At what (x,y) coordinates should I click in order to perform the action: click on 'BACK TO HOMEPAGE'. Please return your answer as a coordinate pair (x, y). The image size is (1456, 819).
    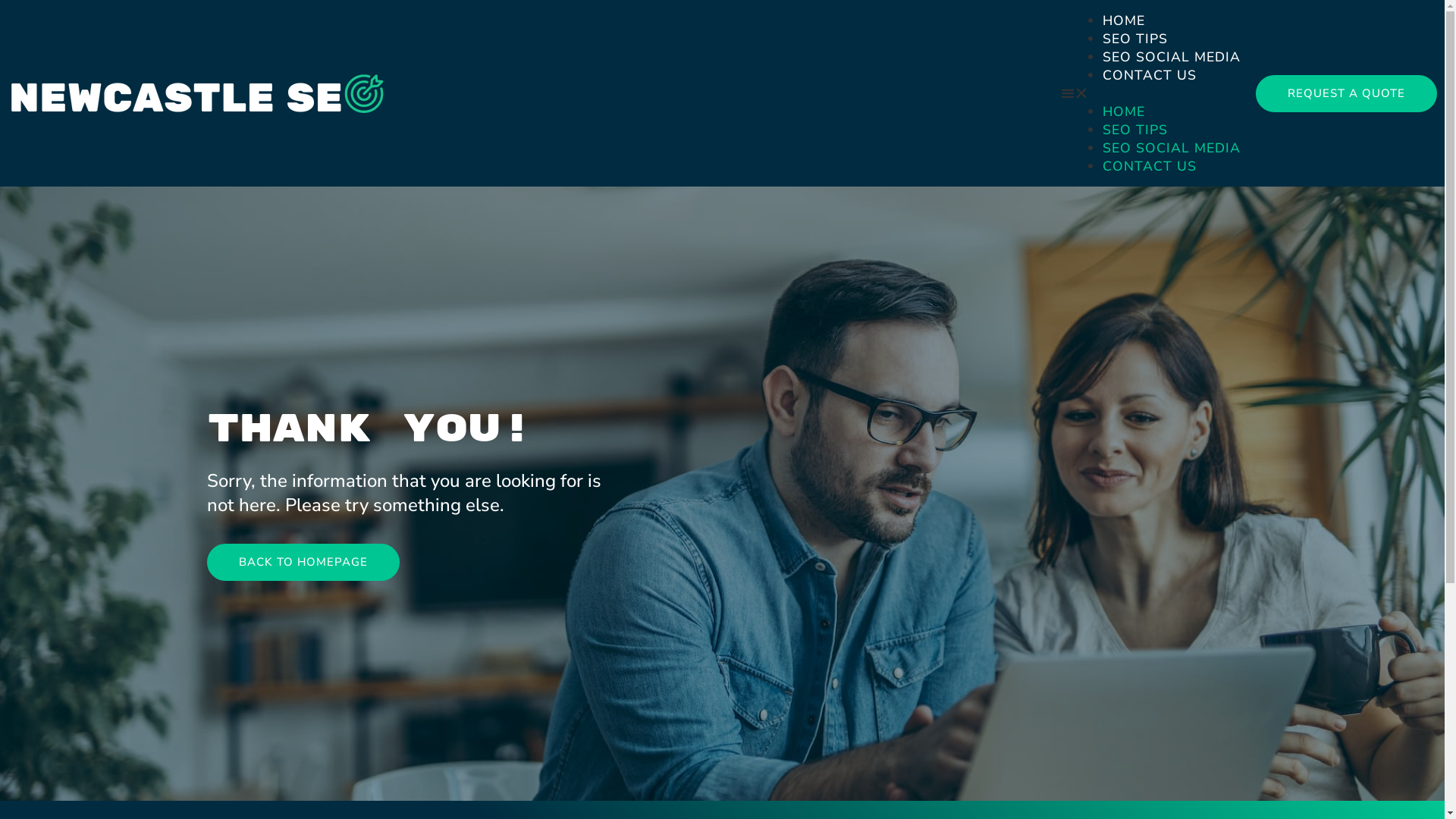
    Looking at the image, I should click on (206, 562).